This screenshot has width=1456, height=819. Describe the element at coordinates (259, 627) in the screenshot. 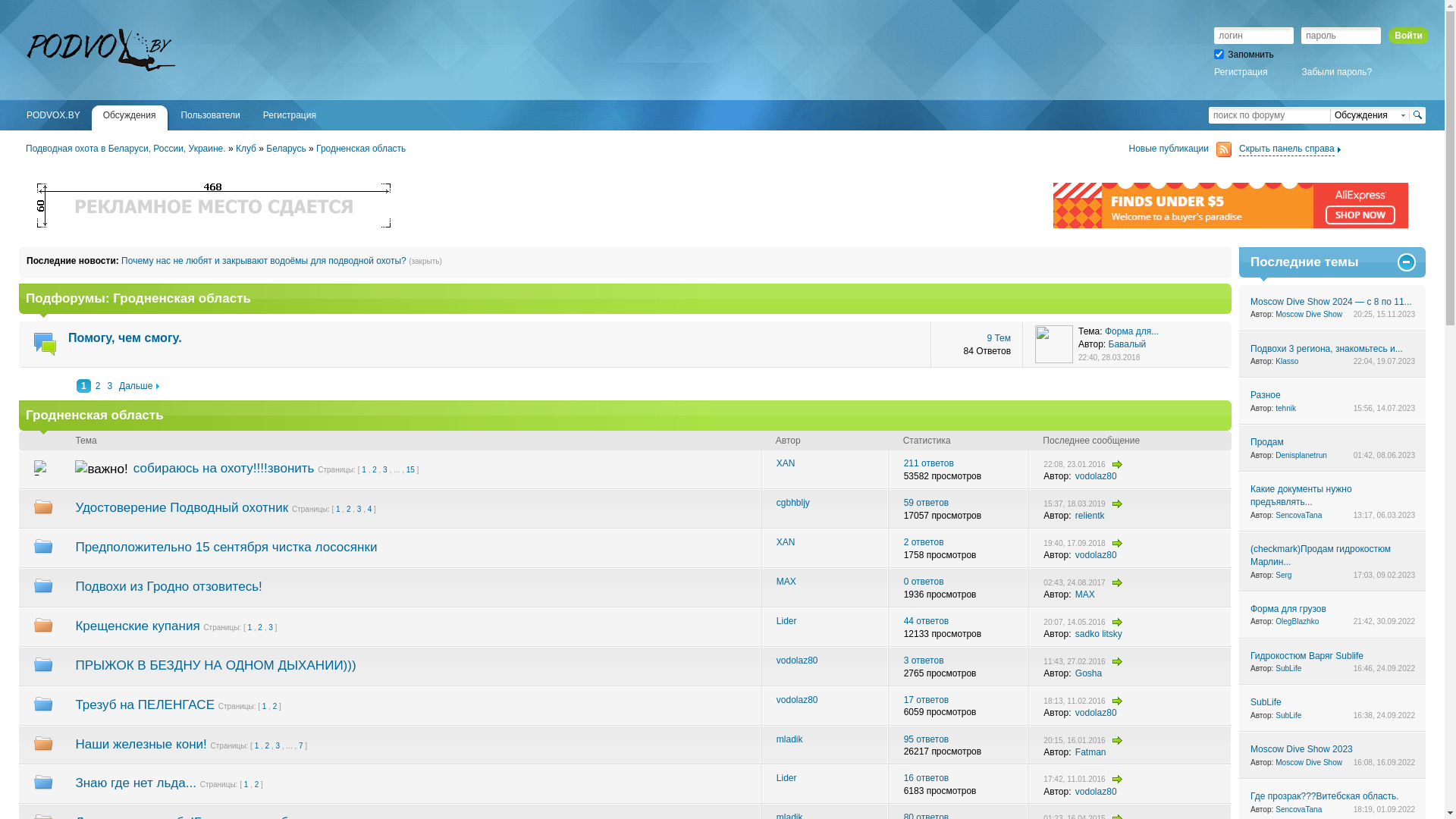

I see `'2'` at that location.